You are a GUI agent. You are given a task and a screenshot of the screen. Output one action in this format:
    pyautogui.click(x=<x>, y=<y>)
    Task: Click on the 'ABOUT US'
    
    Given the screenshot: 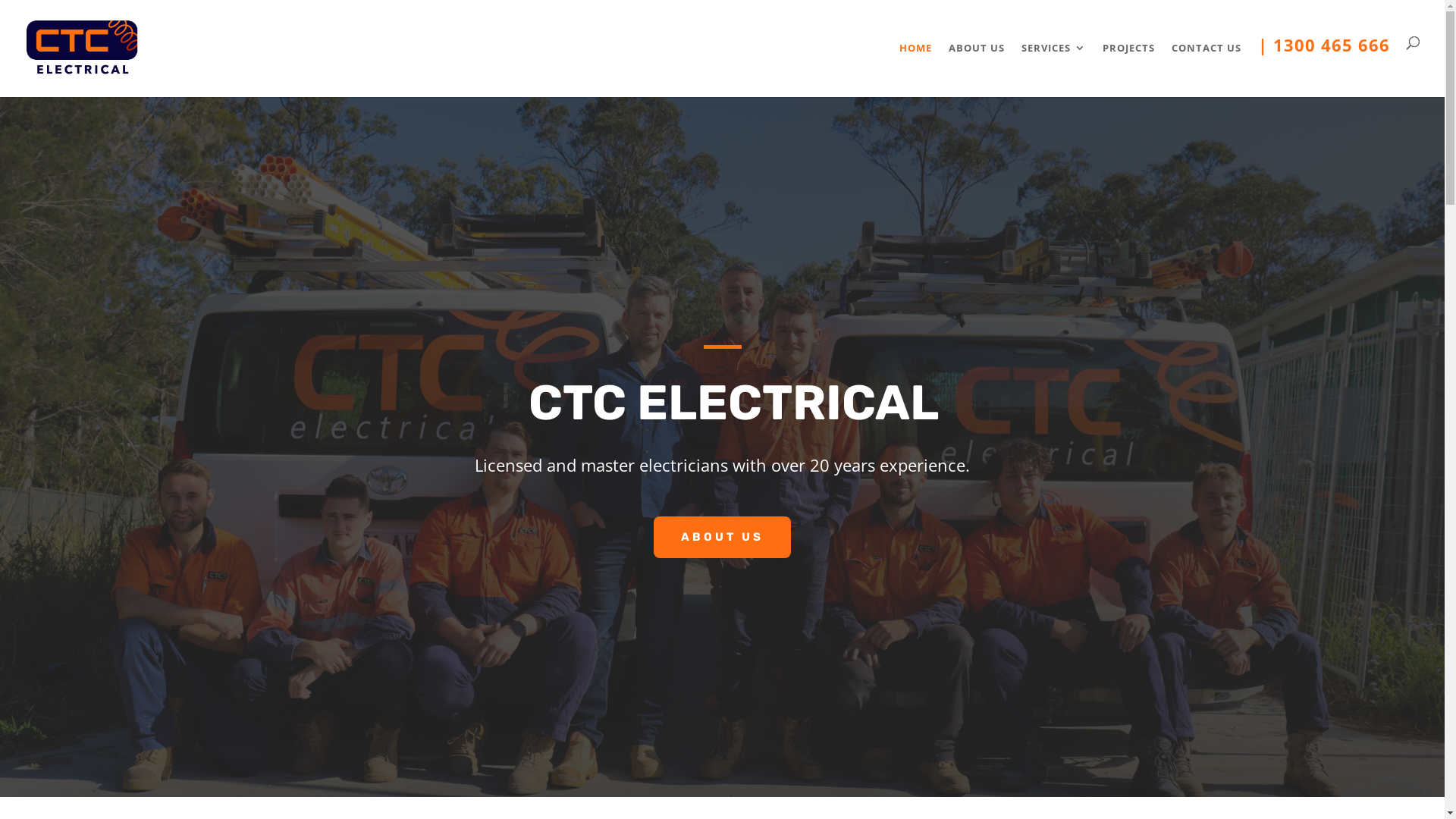 What is the action you would take?
    pyautogui.click(x=721, y=537)
    